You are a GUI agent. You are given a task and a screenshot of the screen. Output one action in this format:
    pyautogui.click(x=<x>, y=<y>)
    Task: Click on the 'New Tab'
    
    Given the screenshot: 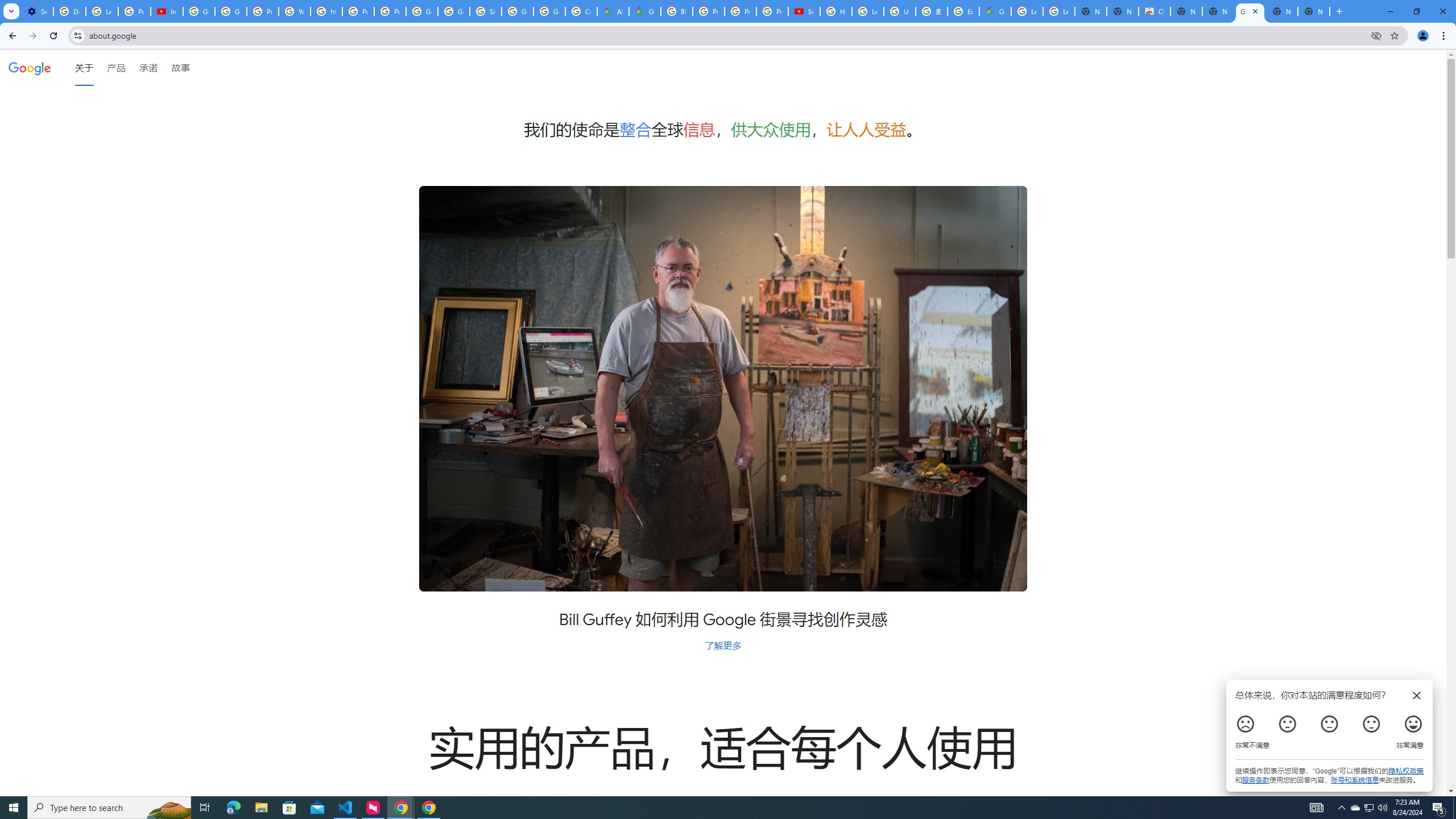 What is the action you would take?
    pyautogui.click(x=1314, y=11)
    